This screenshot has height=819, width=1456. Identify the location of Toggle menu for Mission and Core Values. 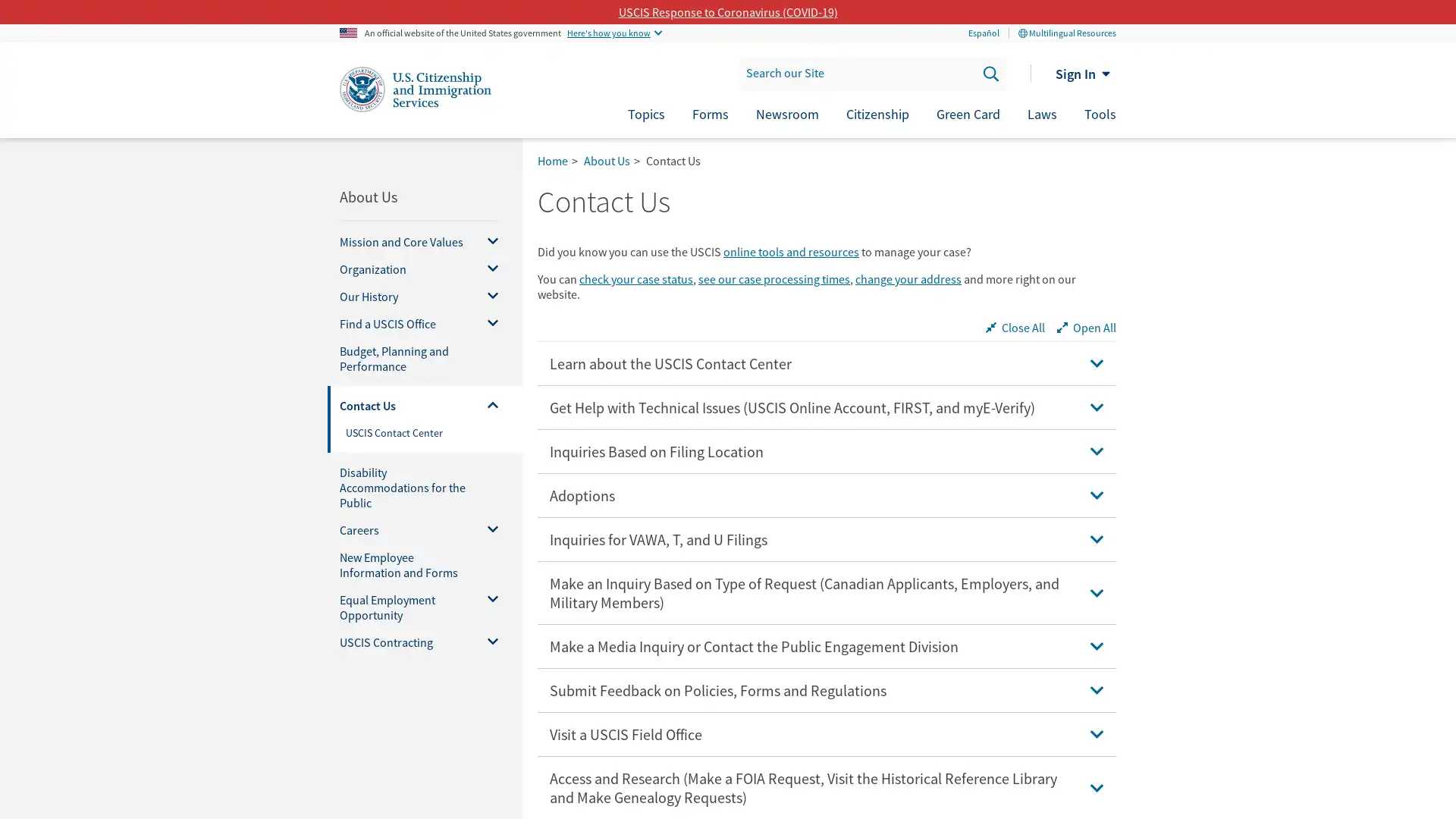
(487, 241).